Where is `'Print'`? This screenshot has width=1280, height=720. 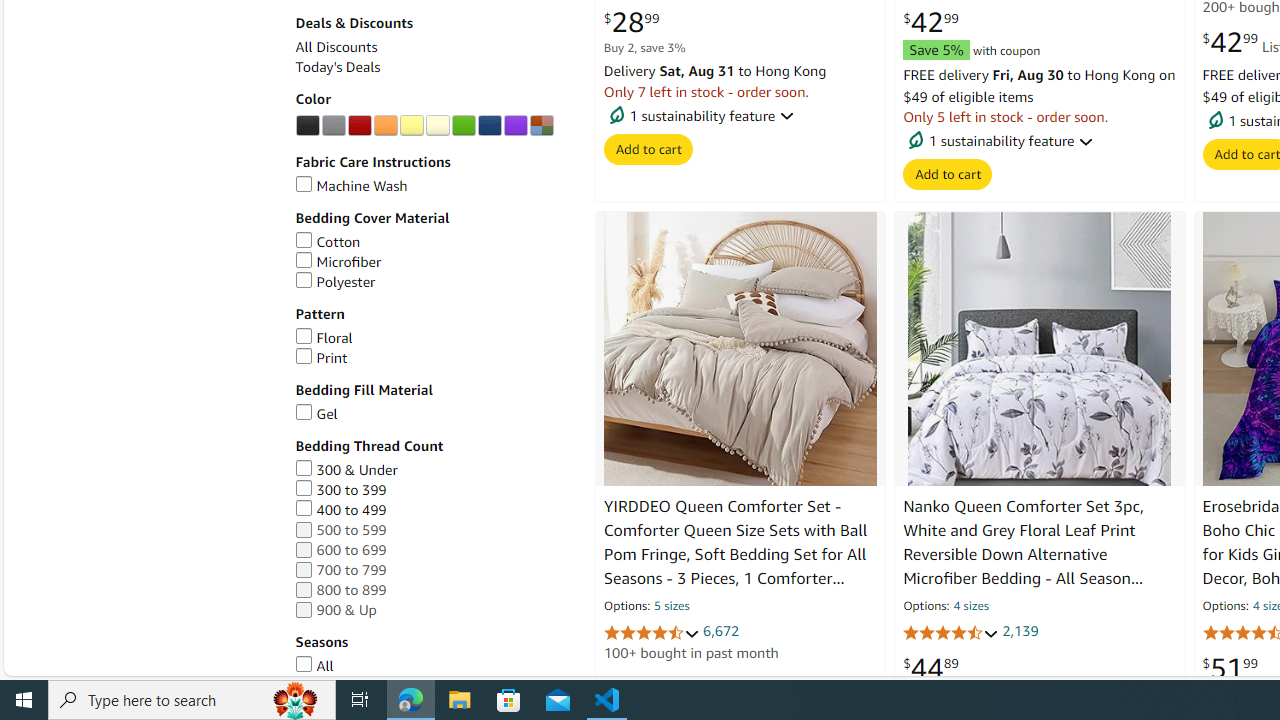
'Print' is located at coordinates (321, 356).